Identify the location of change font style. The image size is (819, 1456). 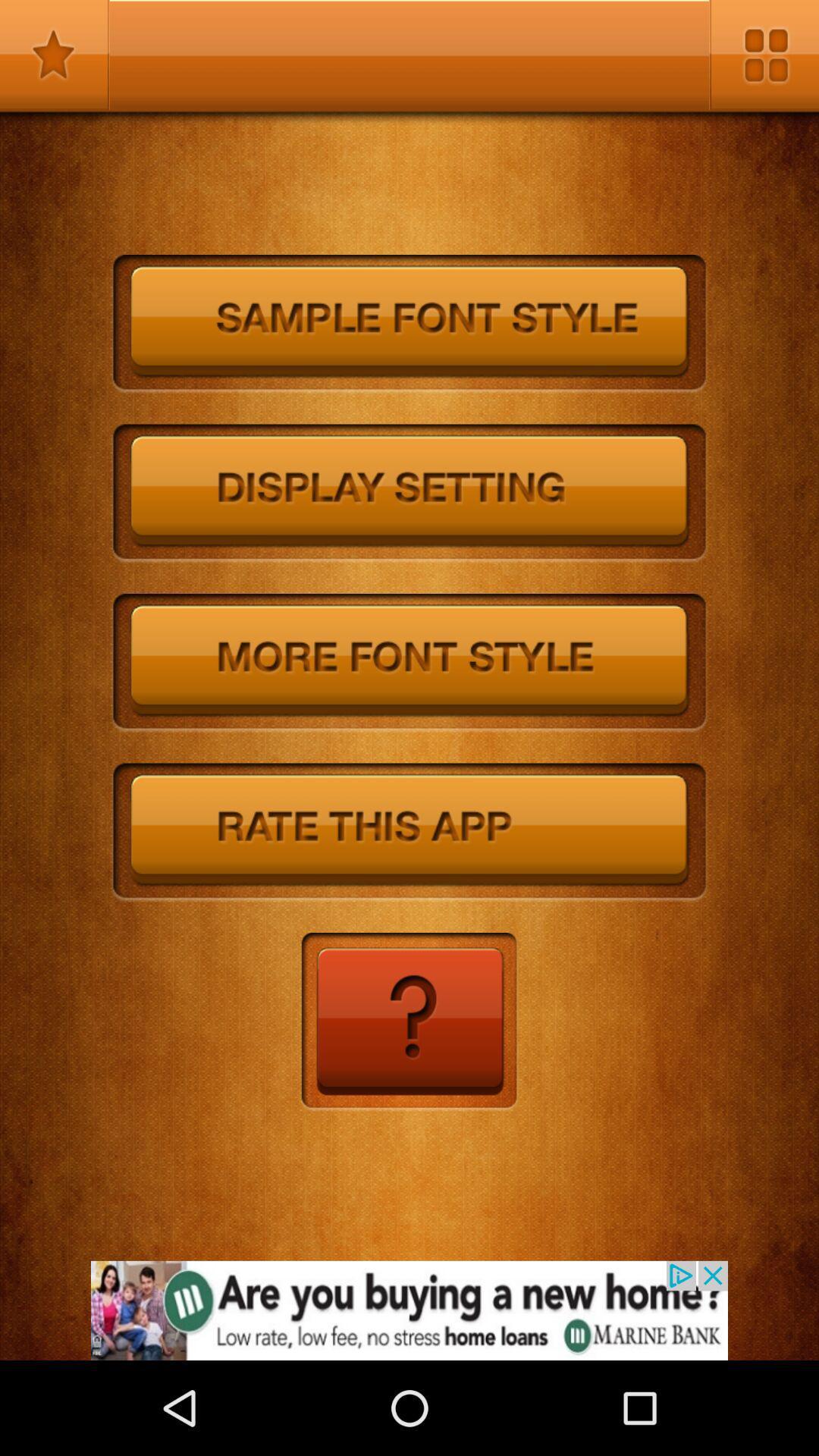
(409, 663).